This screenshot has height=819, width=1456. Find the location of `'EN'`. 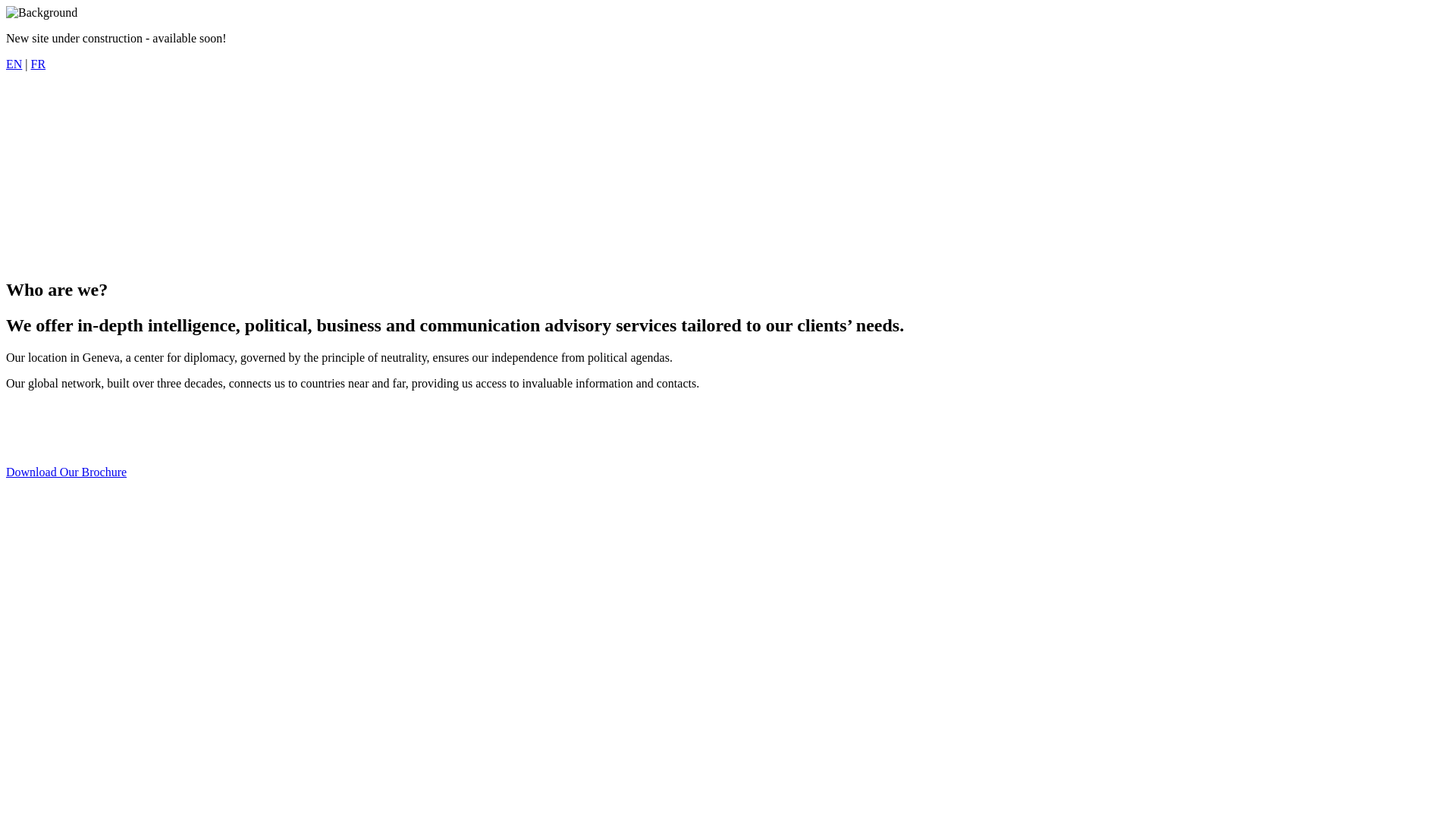

'EN' is located at coordinates (14, 63).